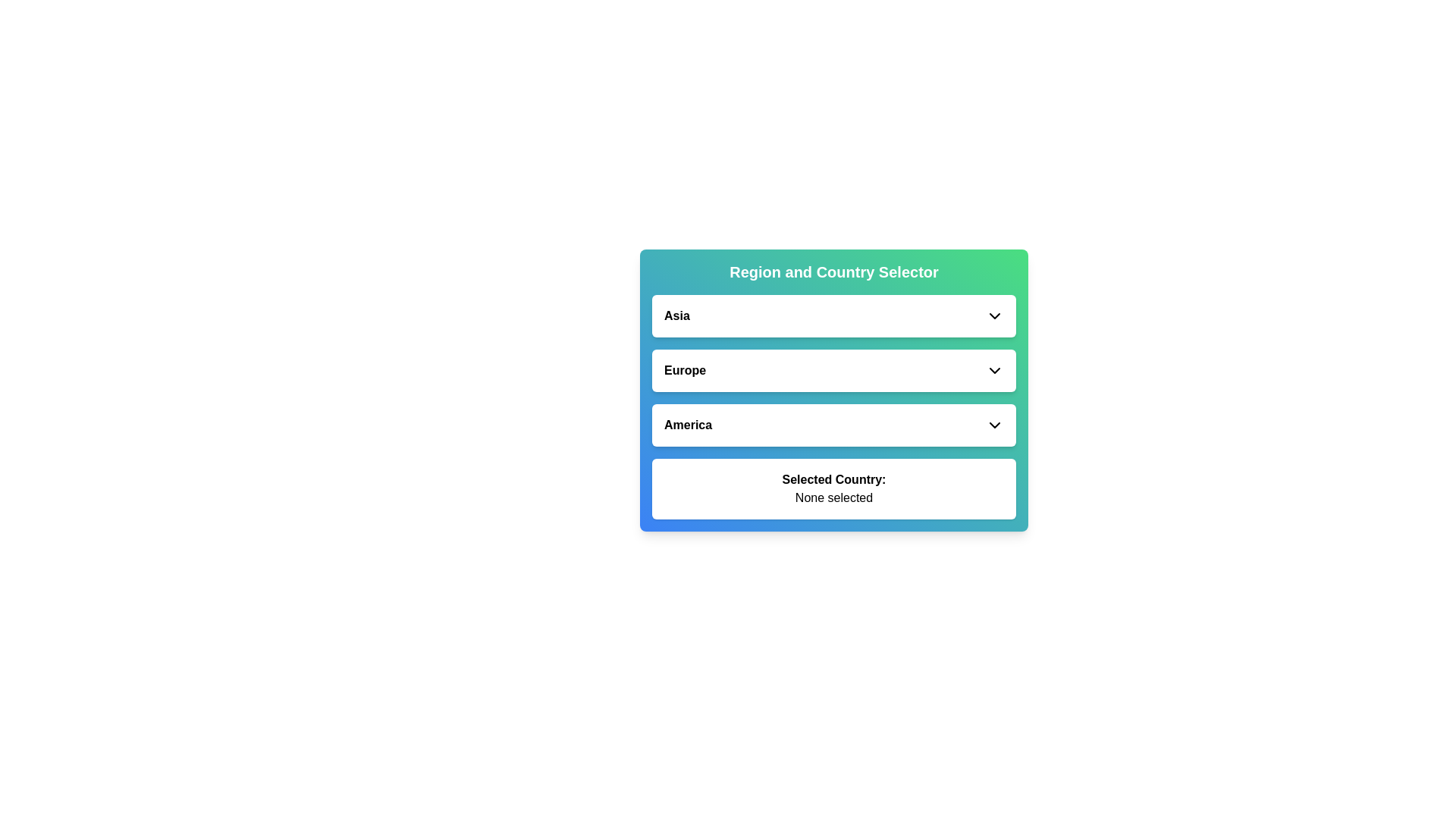 The width and height of the screenshot is (1456, 819). Describe the element at coordinates (833, 425) in the screenshot. I see `the Dropdown selector displaying 'America'` at that location.